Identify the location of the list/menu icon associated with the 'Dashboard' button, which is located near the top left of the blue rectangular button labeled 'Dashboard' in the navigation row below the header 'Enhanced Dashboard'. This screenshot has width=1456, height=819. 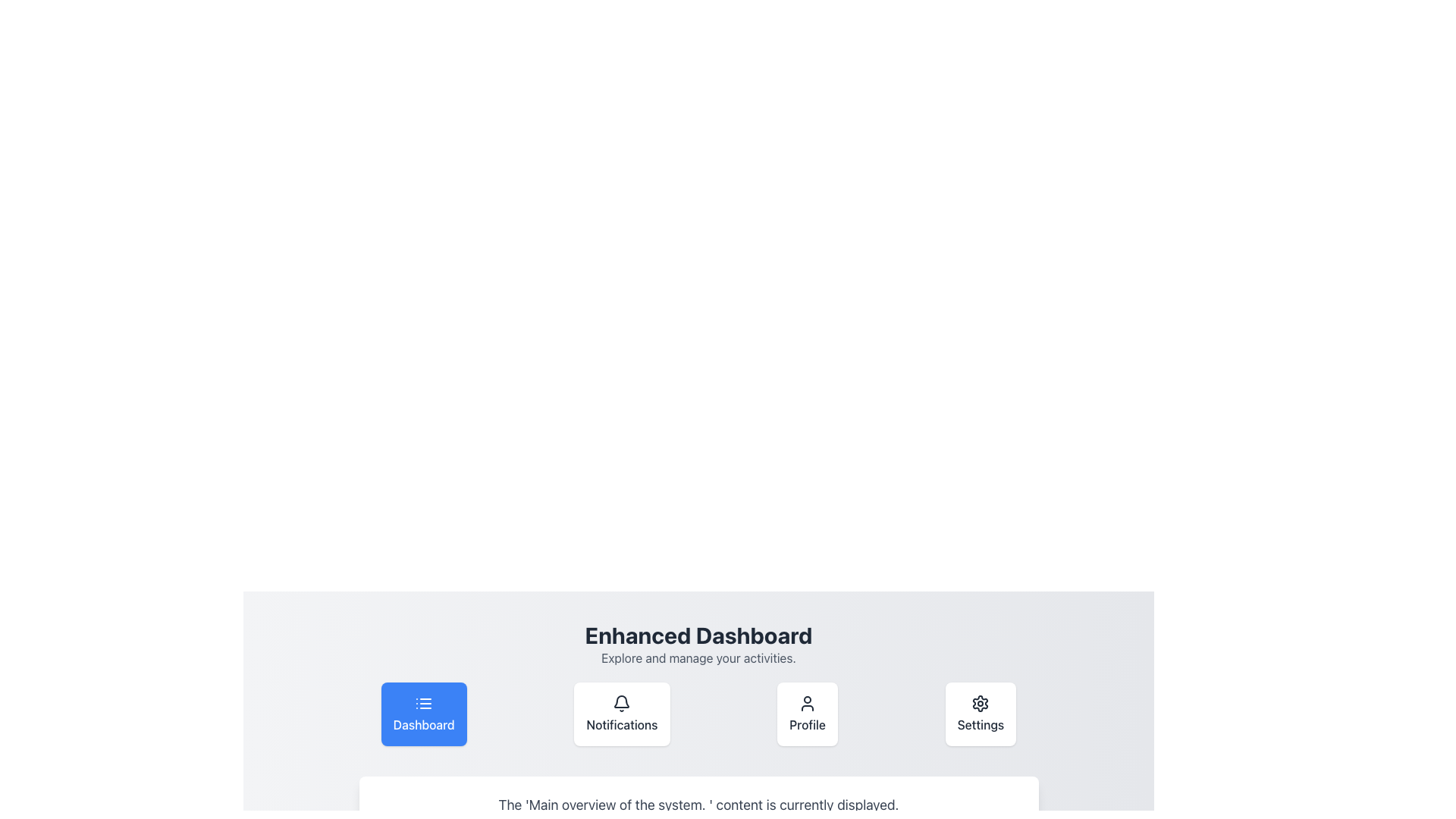
(424, 704).